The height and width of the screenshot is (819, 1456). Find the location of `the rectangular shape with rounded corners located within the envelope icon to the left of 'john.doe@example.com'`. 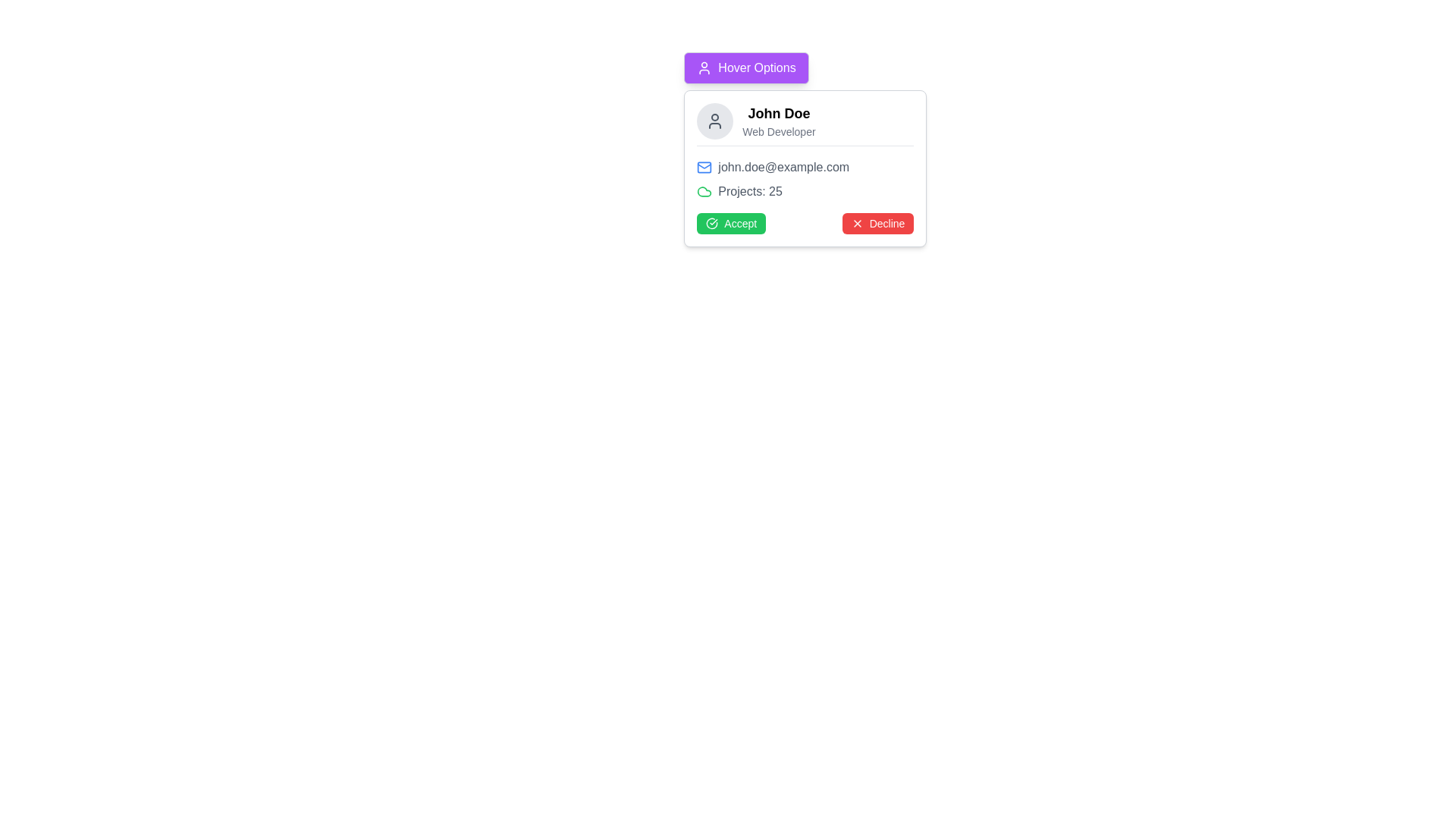

the rectangular shape with rounded corners located within the envelope icon to the left of 'john.doe@example.com' is located at coordinates (704, 167).